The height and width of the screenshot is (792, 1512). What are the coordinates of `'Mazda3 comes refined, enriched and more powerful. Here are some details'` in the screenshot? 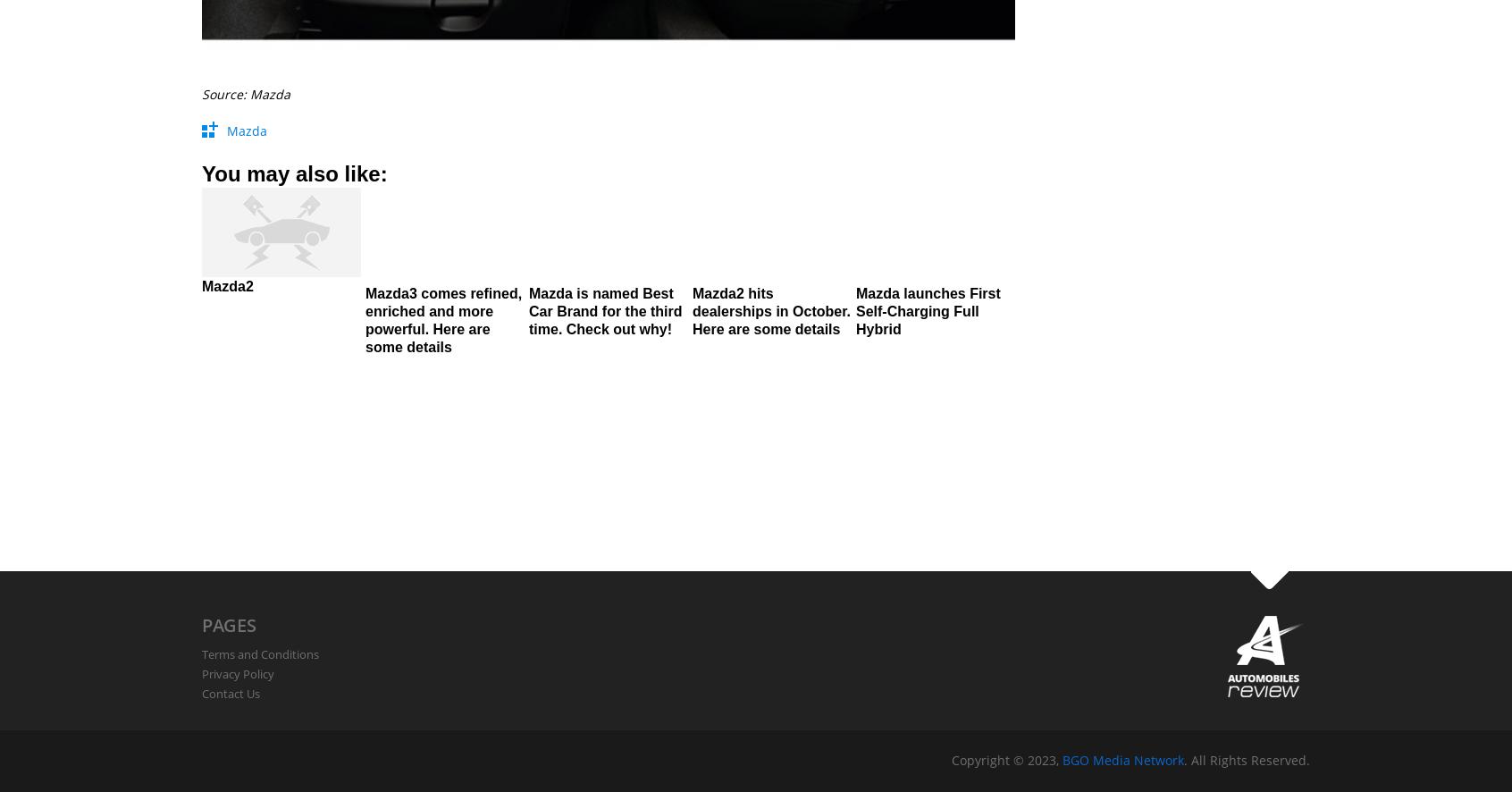 It's located at (443, 319).